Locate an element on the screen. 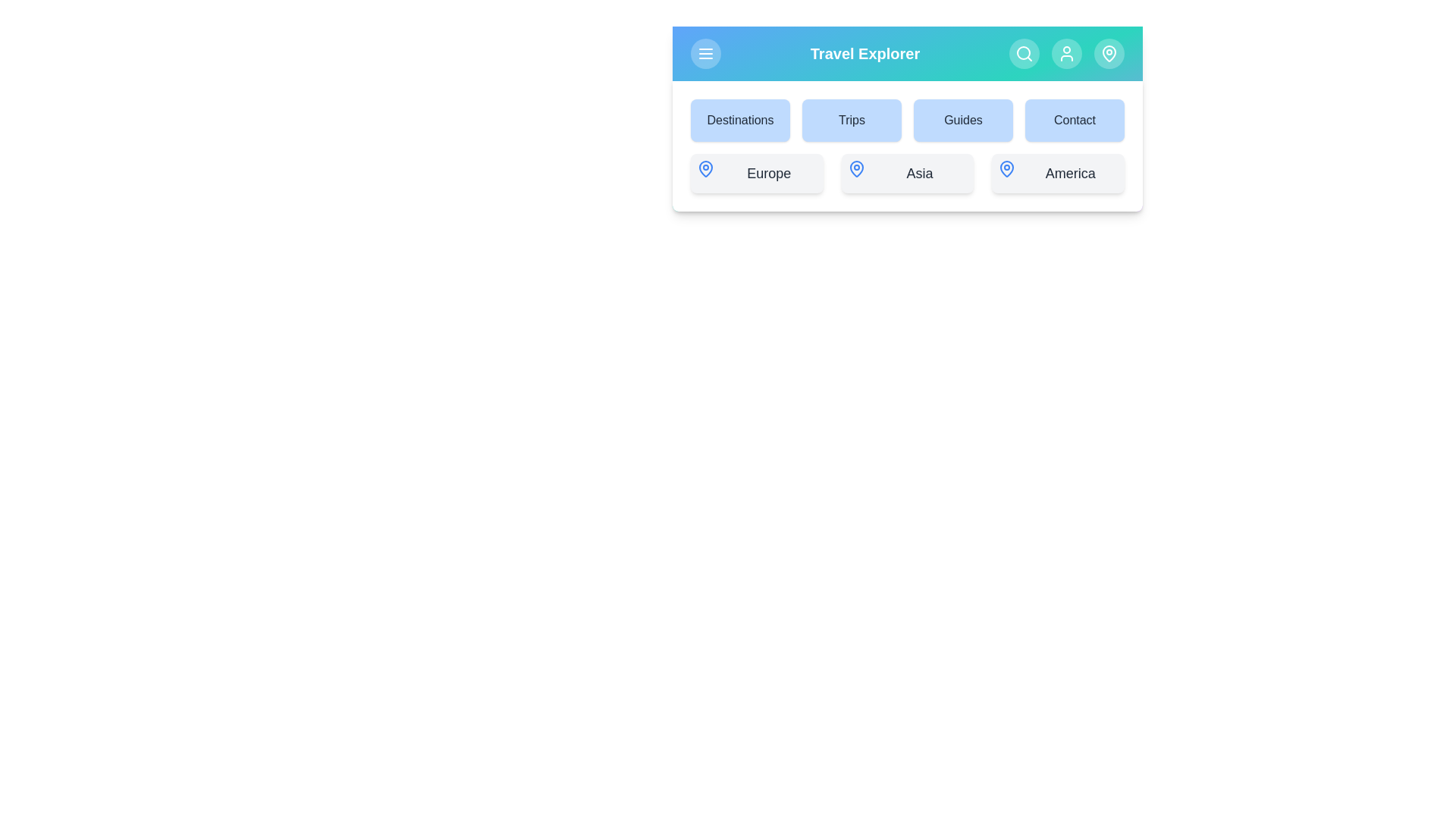 Image resolution: width=1456 pixels, height=819 pixels. the Contact button in the navigation bar is located at coordinates (1074, 119).